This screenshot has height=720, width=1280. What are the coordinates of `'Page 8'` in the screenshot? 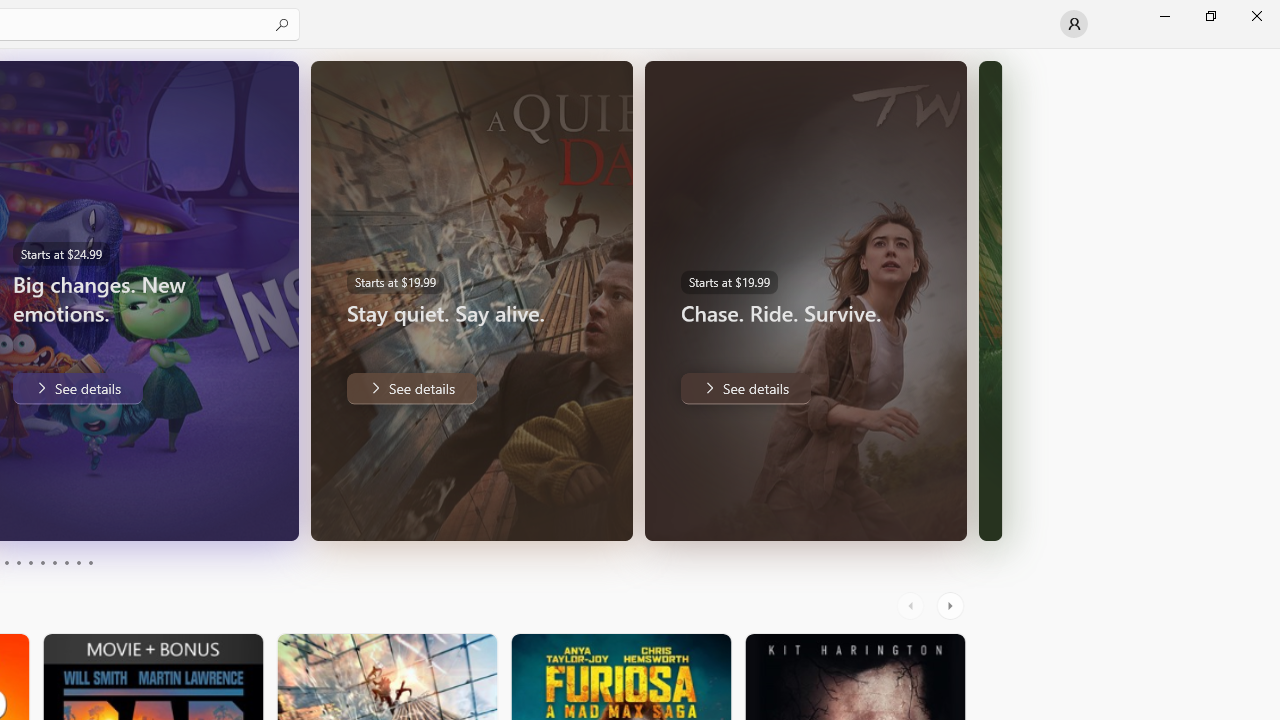 It's located at (65, 563).